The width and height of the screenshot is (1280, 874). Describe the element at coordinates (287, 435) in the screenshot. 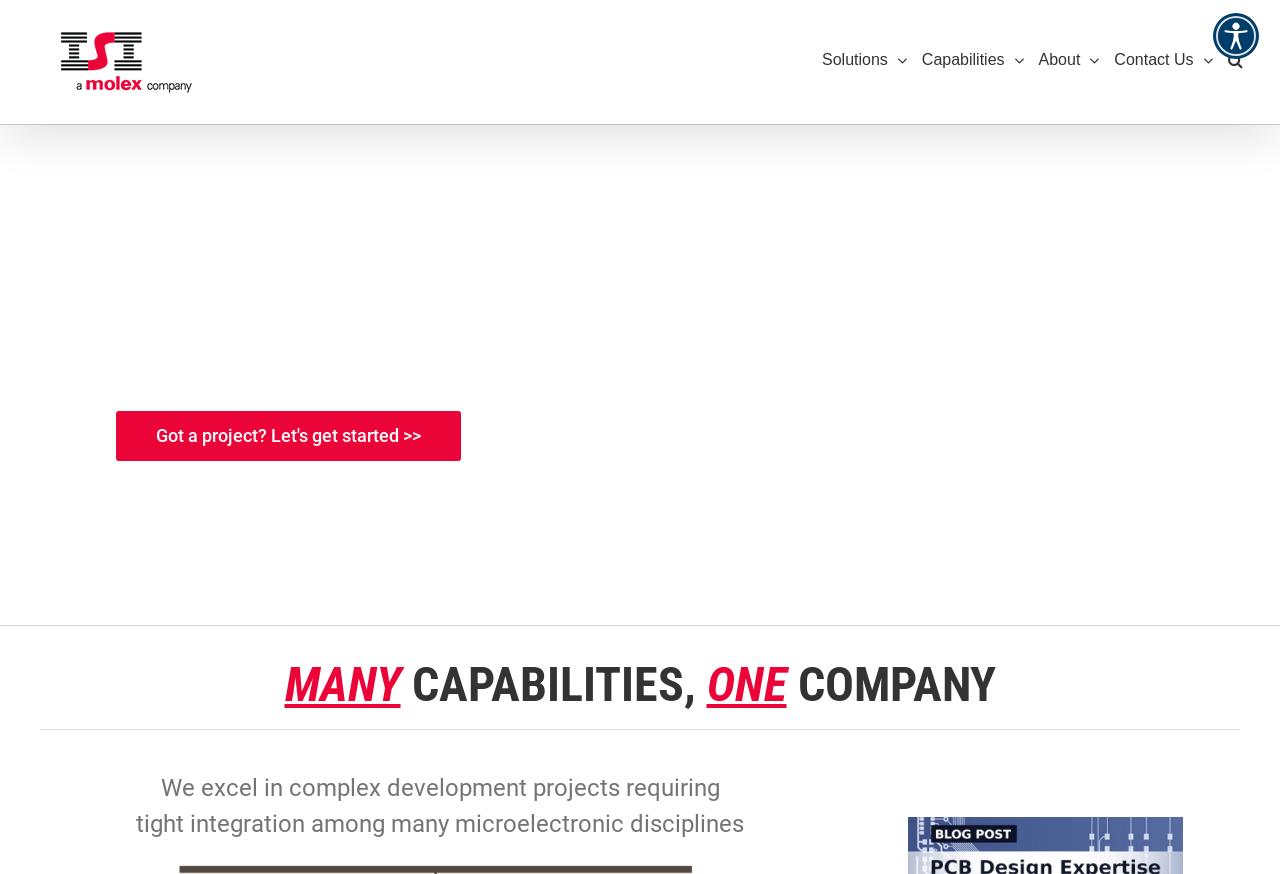

I see `'Got a project? Let's get started >>'` at that location.